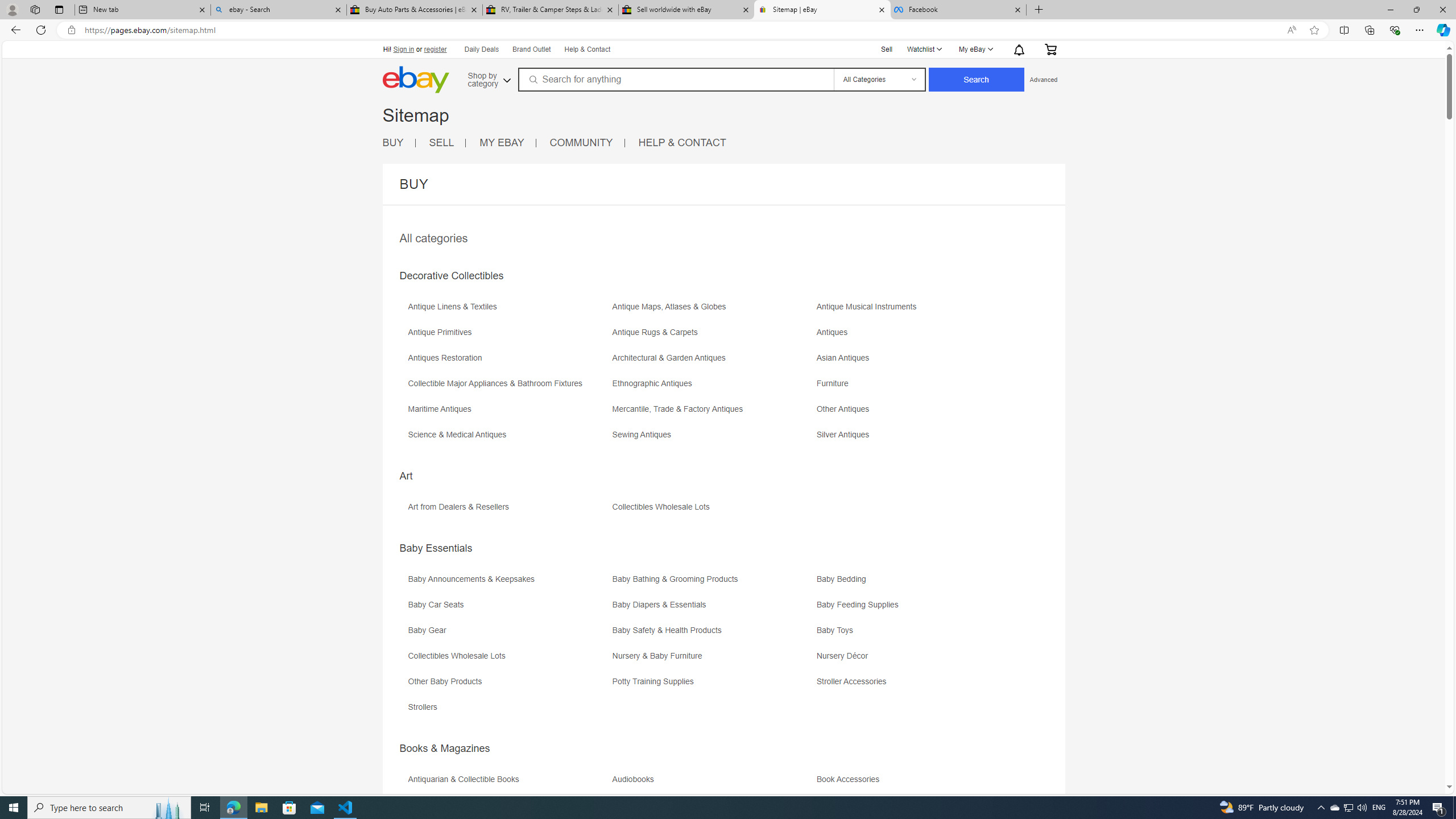 This screenshot has height=819, width=1456. What do you see at coordinates (508, 710) in the screenshot?
I see `'Strollers'` at bounding box center [508, 710].